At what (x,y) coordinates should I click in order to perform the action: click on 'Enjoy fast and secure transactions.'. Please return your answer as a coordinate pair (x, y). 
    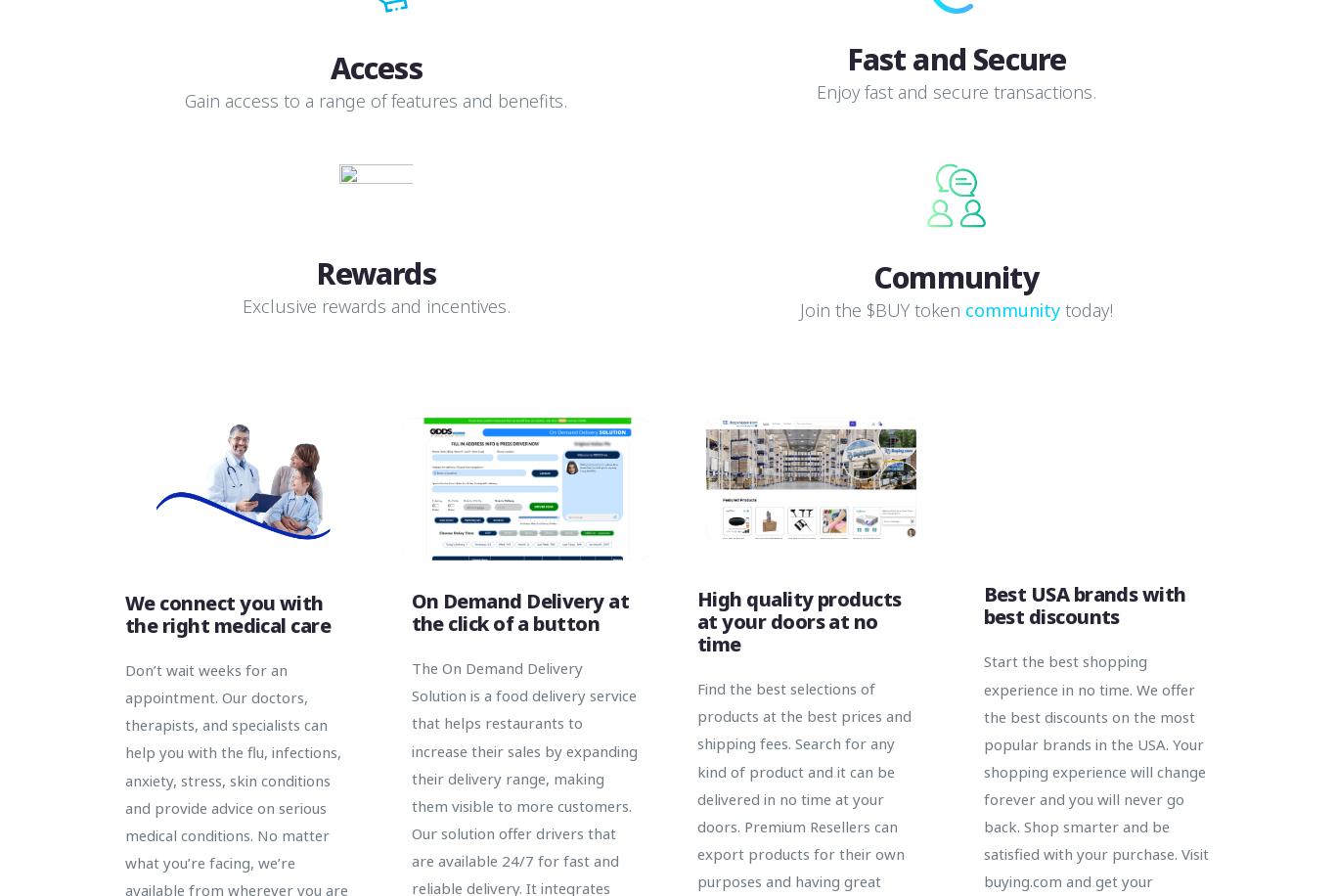
    Looking at the image, I should click on (955, 89).